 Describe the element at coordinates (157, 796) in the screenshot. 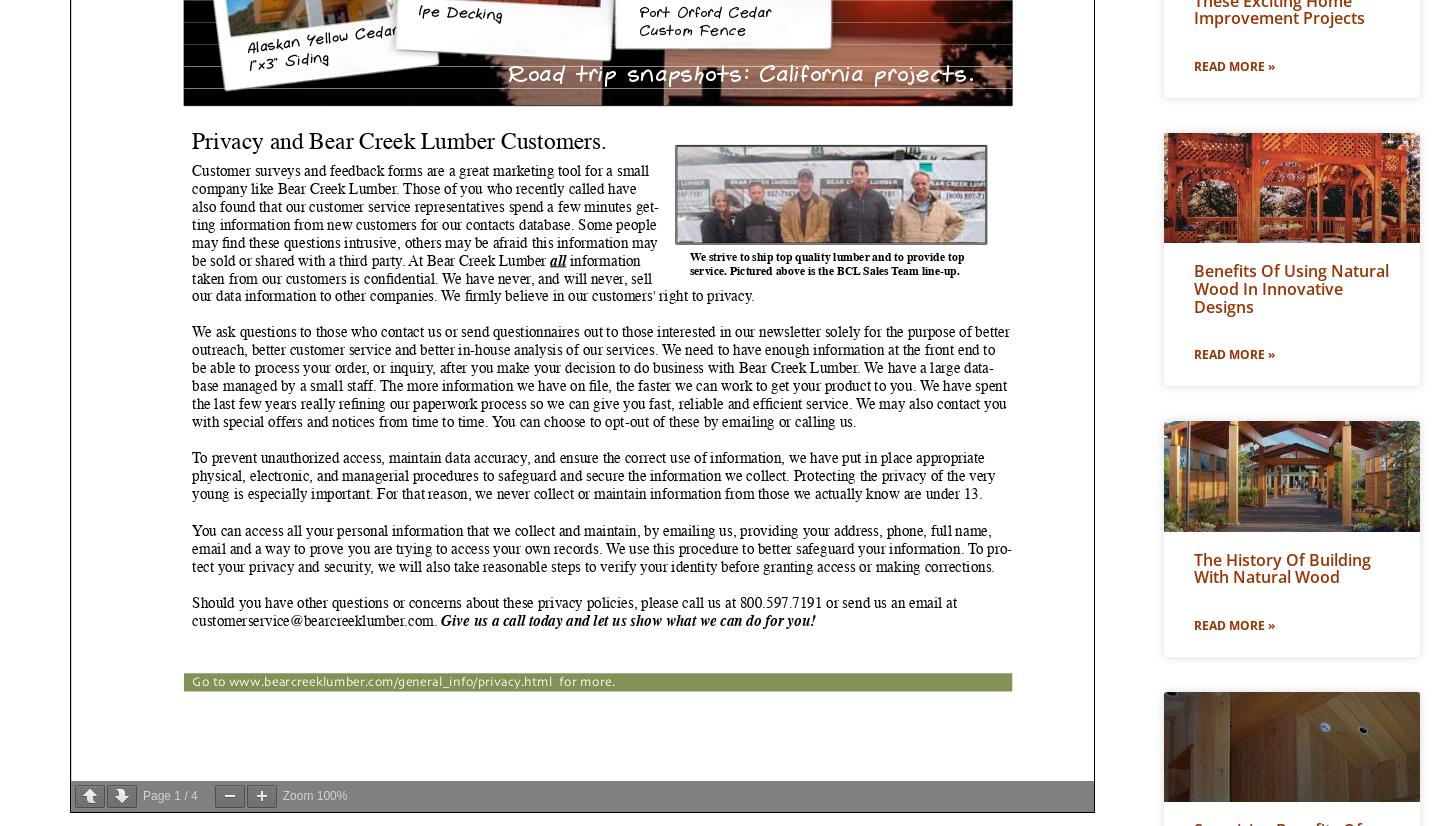

I see `'Page'` at that location.